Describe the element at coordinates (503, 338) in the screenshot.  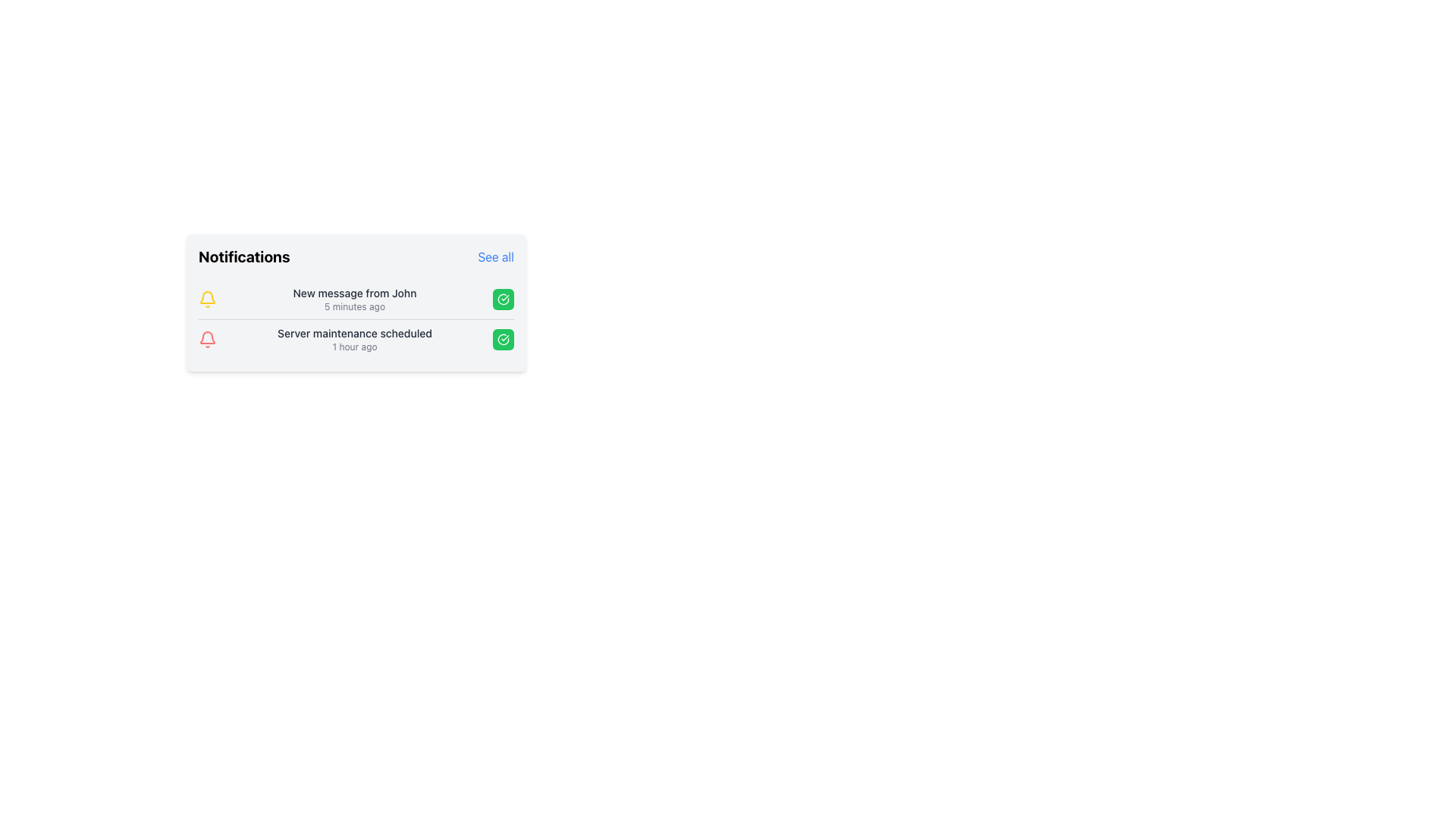
I see `the vector graphic indicating a successful action located on the top notification row, adjacent to the green checkmark icon` at that location.